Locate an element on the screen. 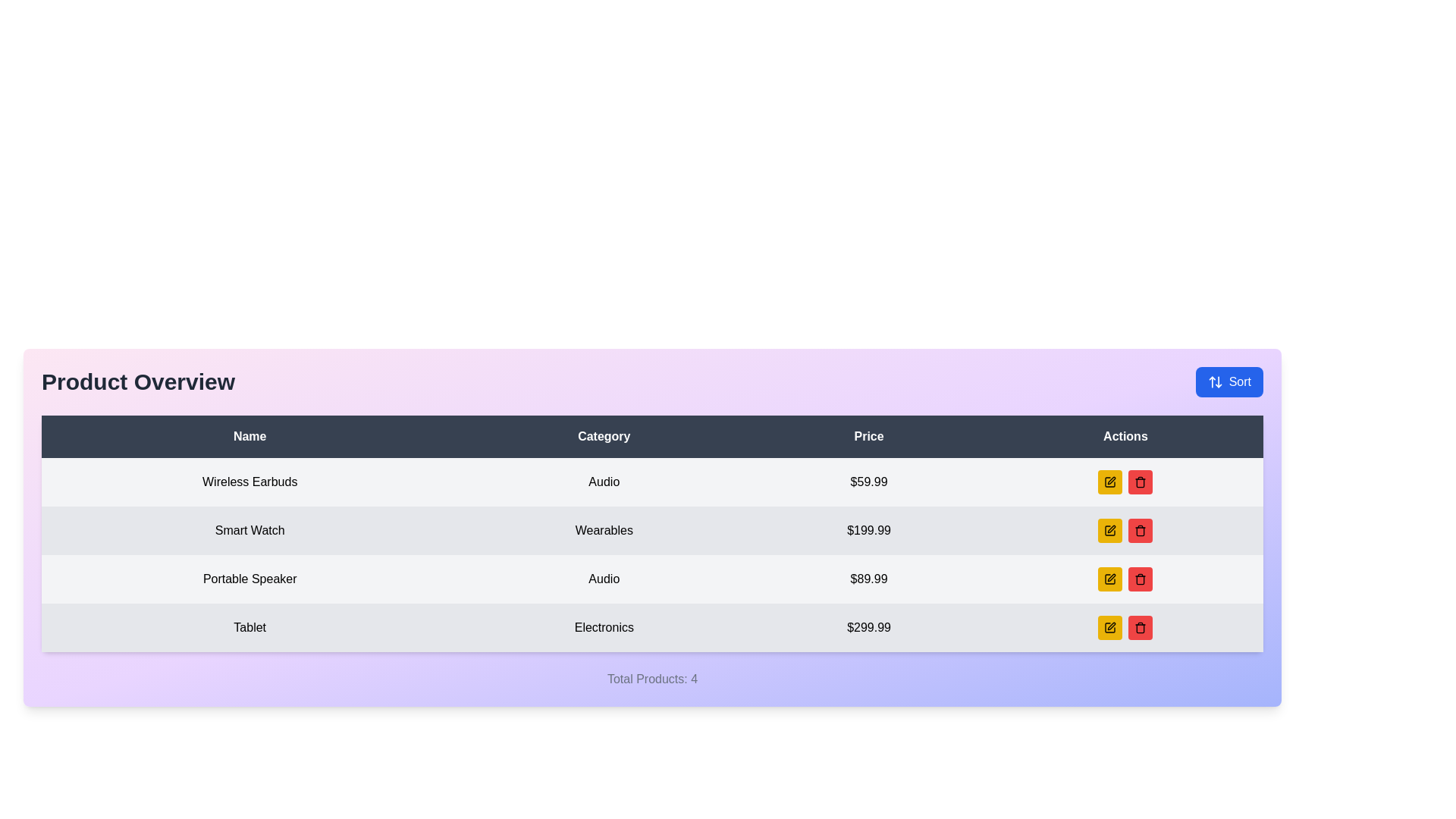 Image resolution: width=1456 pixels, height=819 pixels. the delete action button represented by a trash bin icon located in the third row under the 'Actions' column of the table is located at coordinates (1141, 482).